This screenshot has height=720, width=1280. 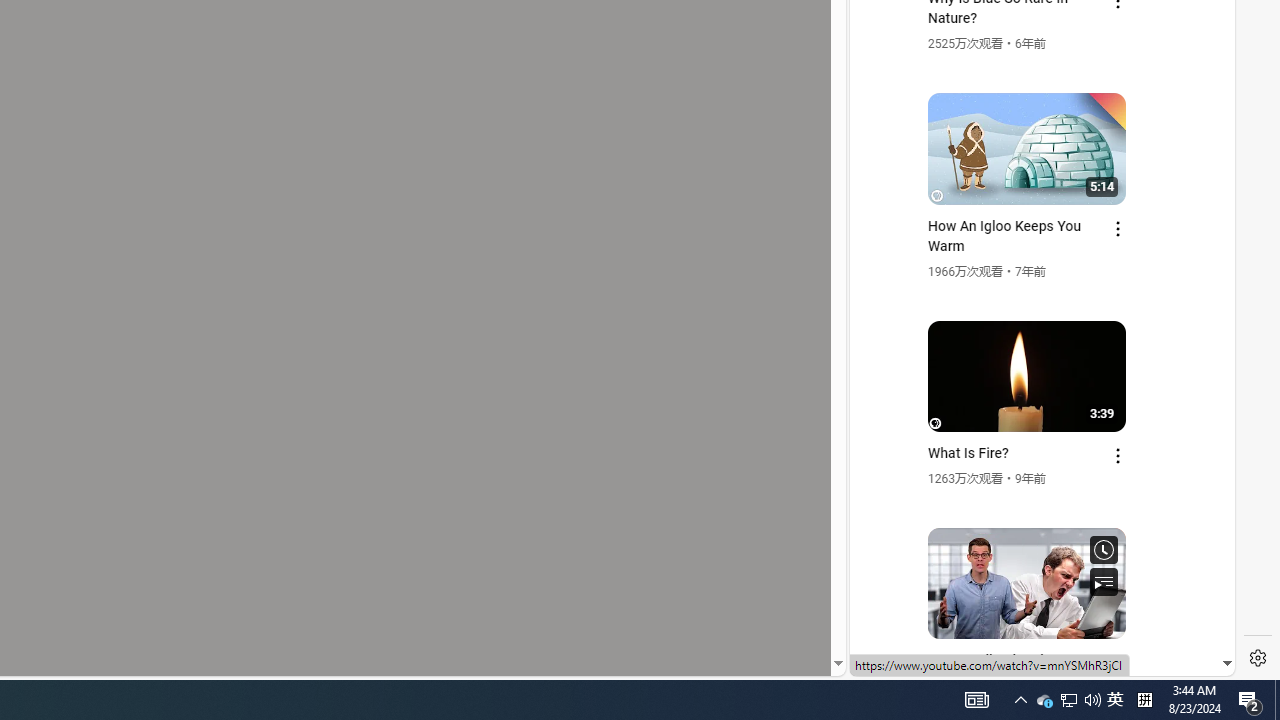 I want to click on 'you', so click(x=1034, y=608).